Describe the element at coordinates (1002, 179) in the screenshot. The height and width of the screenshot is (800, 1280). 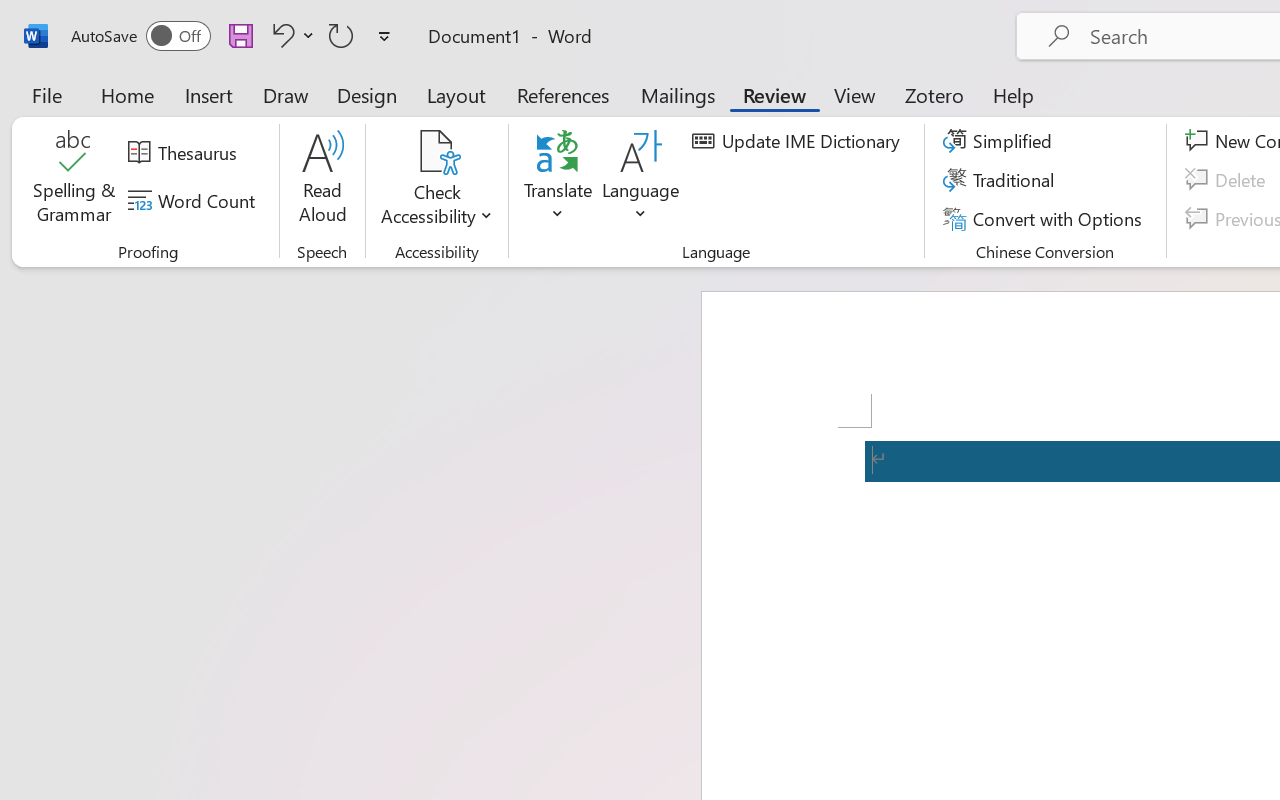
I see `'Traditional'` at that location.